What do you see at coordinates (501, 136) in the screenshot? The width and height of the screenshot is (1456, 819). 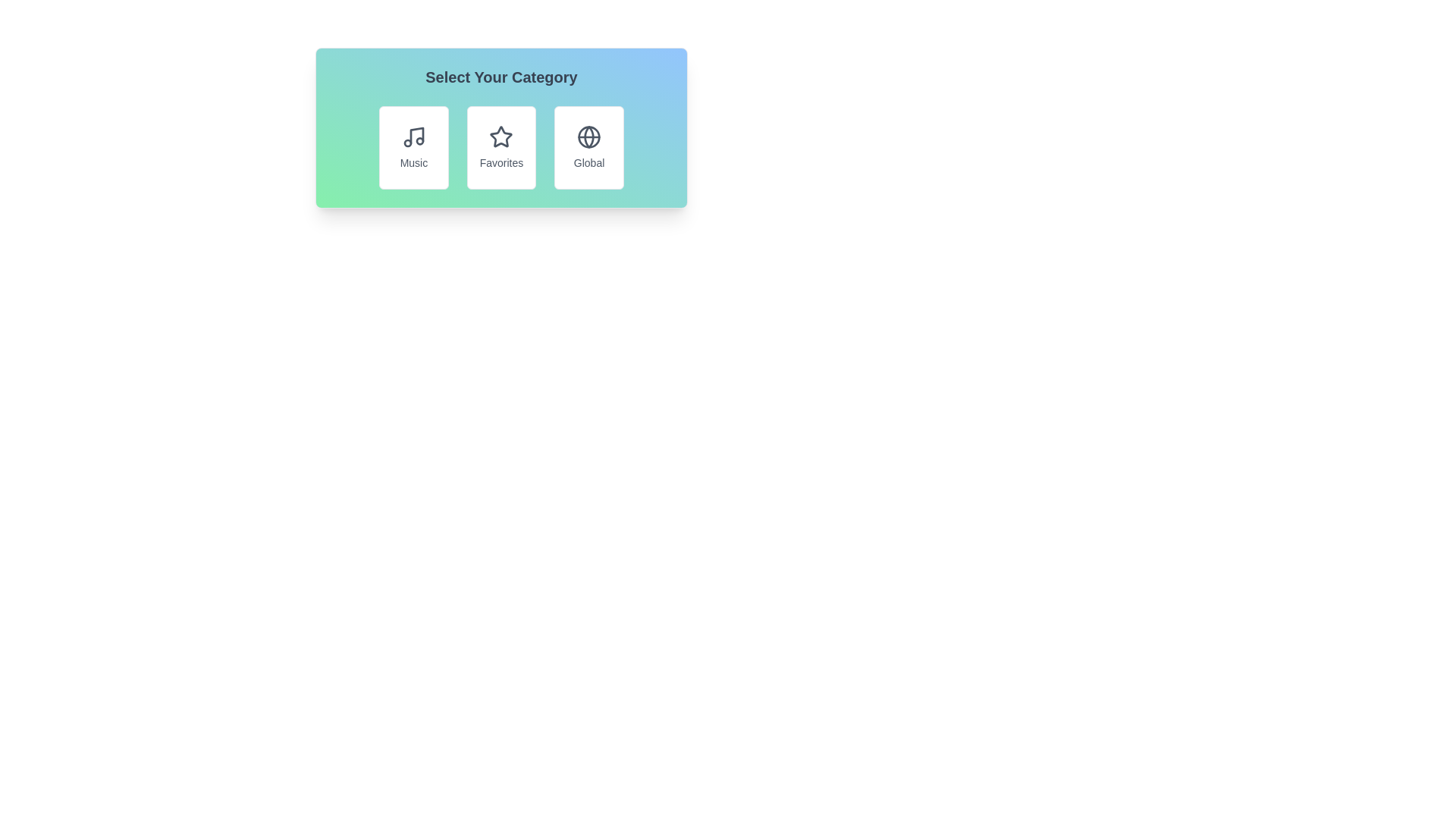 I see `the central icon of the 'Favorites' button` at bounding box center [501, 136].